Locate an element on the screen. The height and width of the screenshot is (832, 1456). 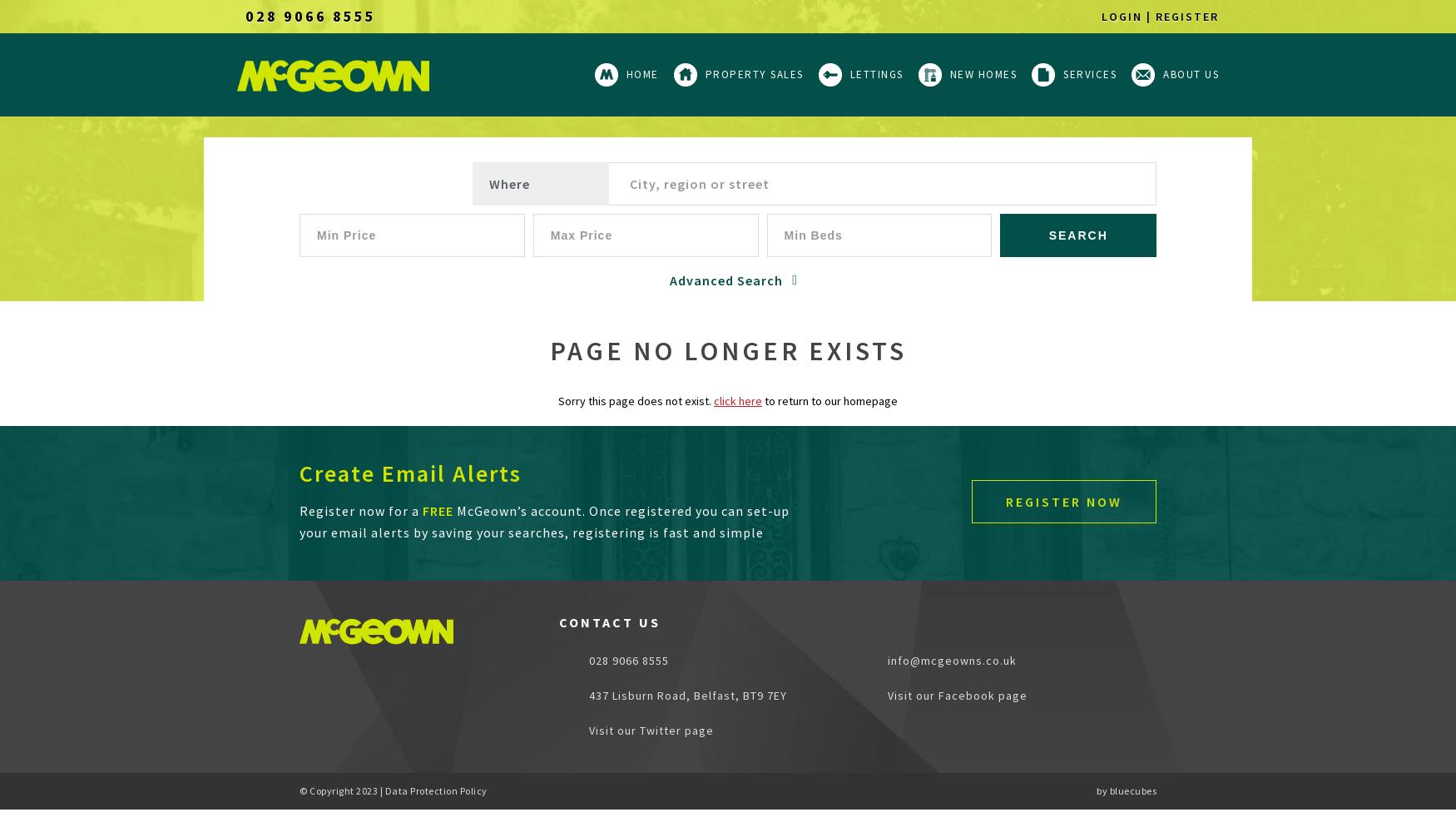
'FREE' is located at coordinates (437, 510).